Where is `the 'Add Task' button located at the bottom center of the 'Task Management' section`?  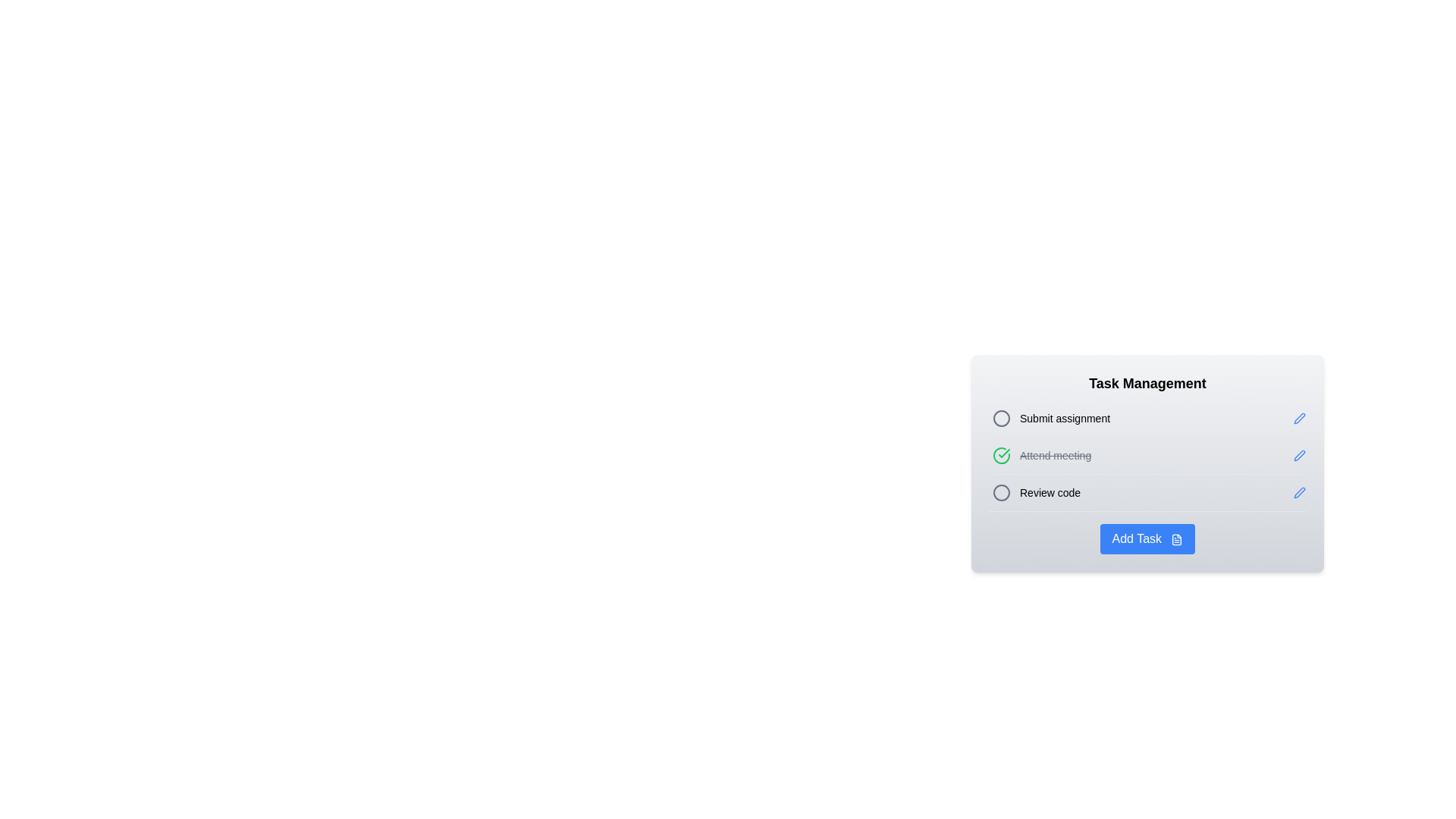
the 'Add Task' button located at the bottom center of the 'Task Management' section is located at coordinates (1147, 538).